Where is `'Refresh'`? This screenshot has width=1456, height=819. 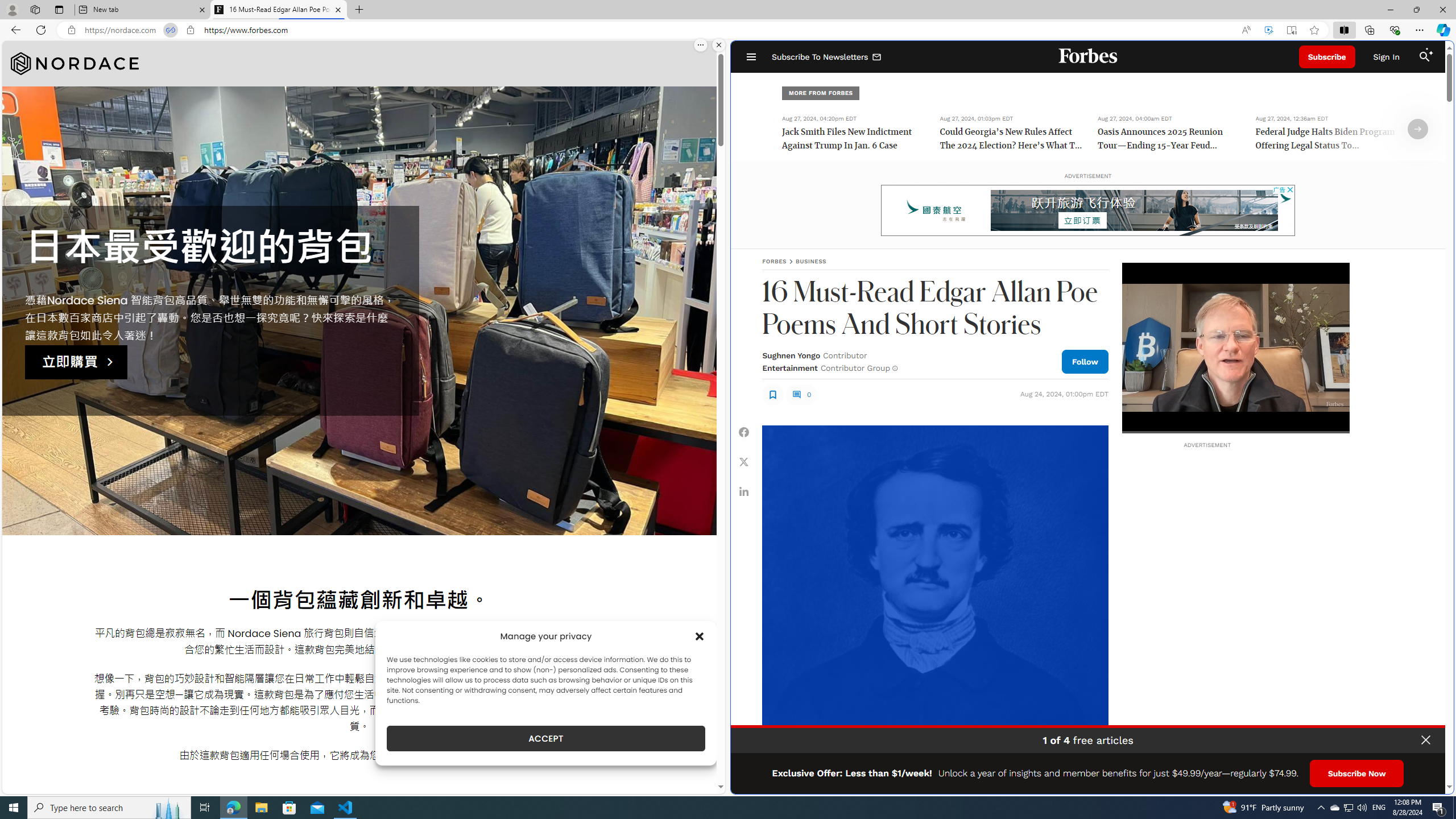 'Refresh' is located at coordinates (40, 29).